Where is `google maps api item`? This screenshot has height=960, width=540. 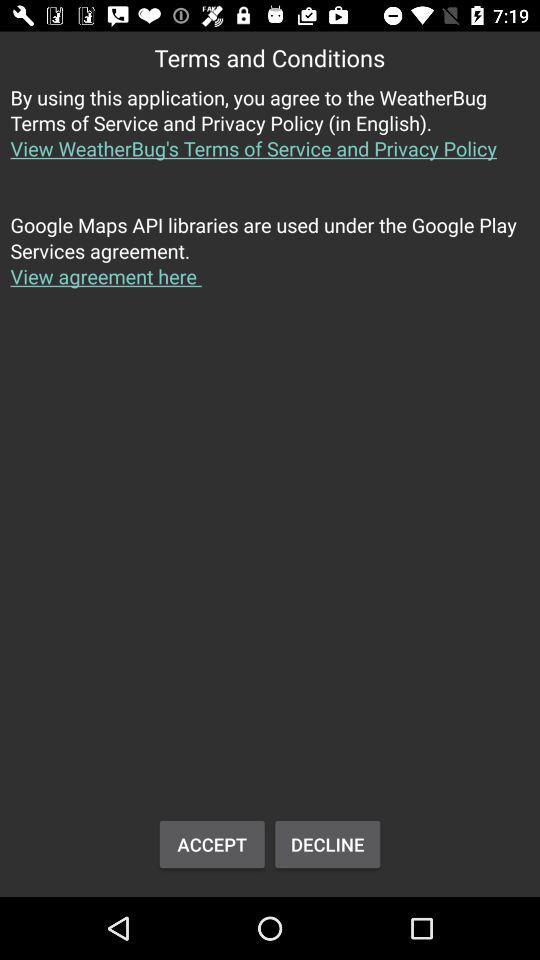 google maps api item is located at coordinates (270, 261).